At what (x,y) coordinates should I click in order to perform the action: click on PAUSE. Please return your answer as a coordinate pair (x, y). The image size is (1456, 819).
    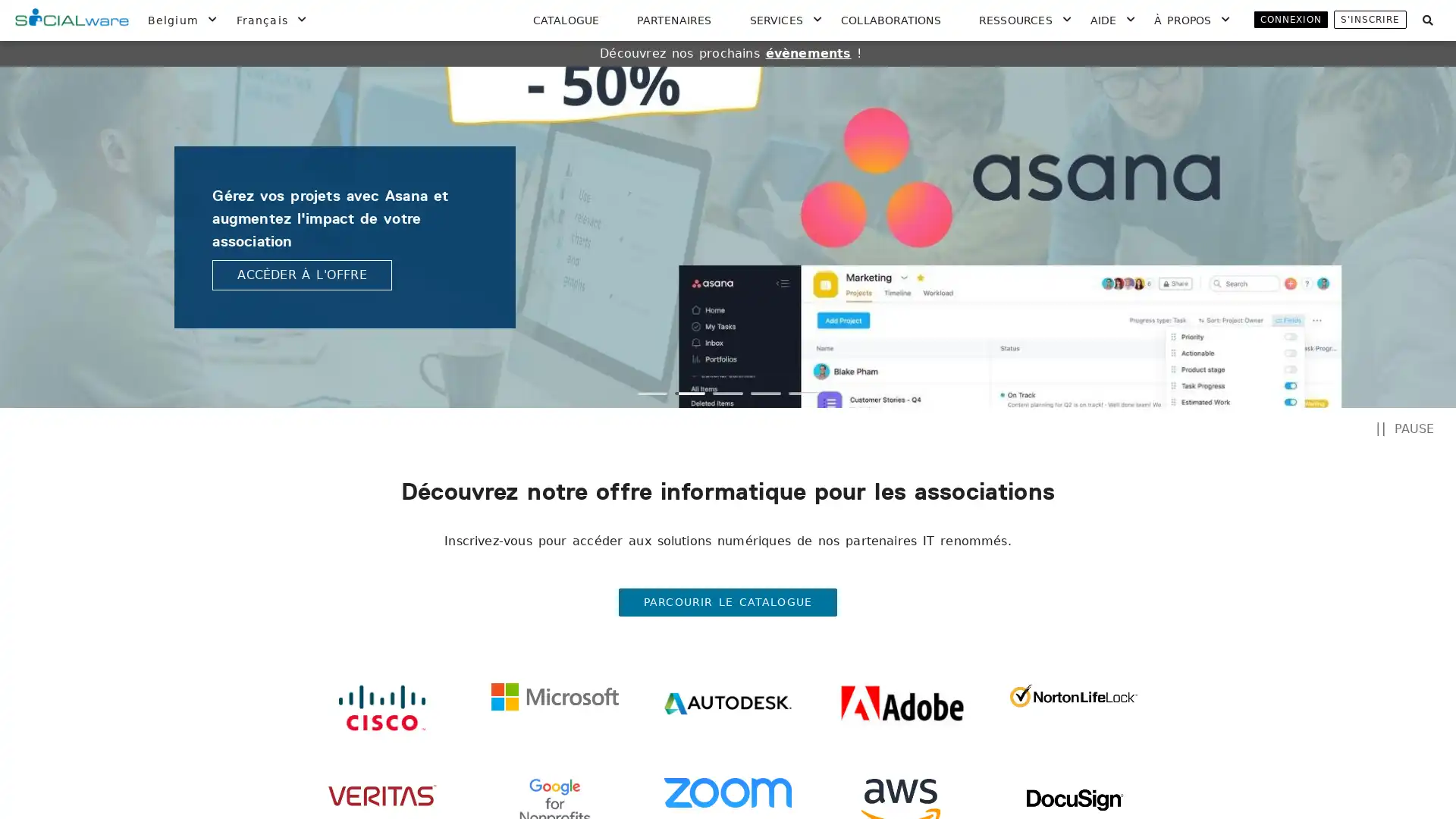
    Looking at the image, I should click on (1404, 429).